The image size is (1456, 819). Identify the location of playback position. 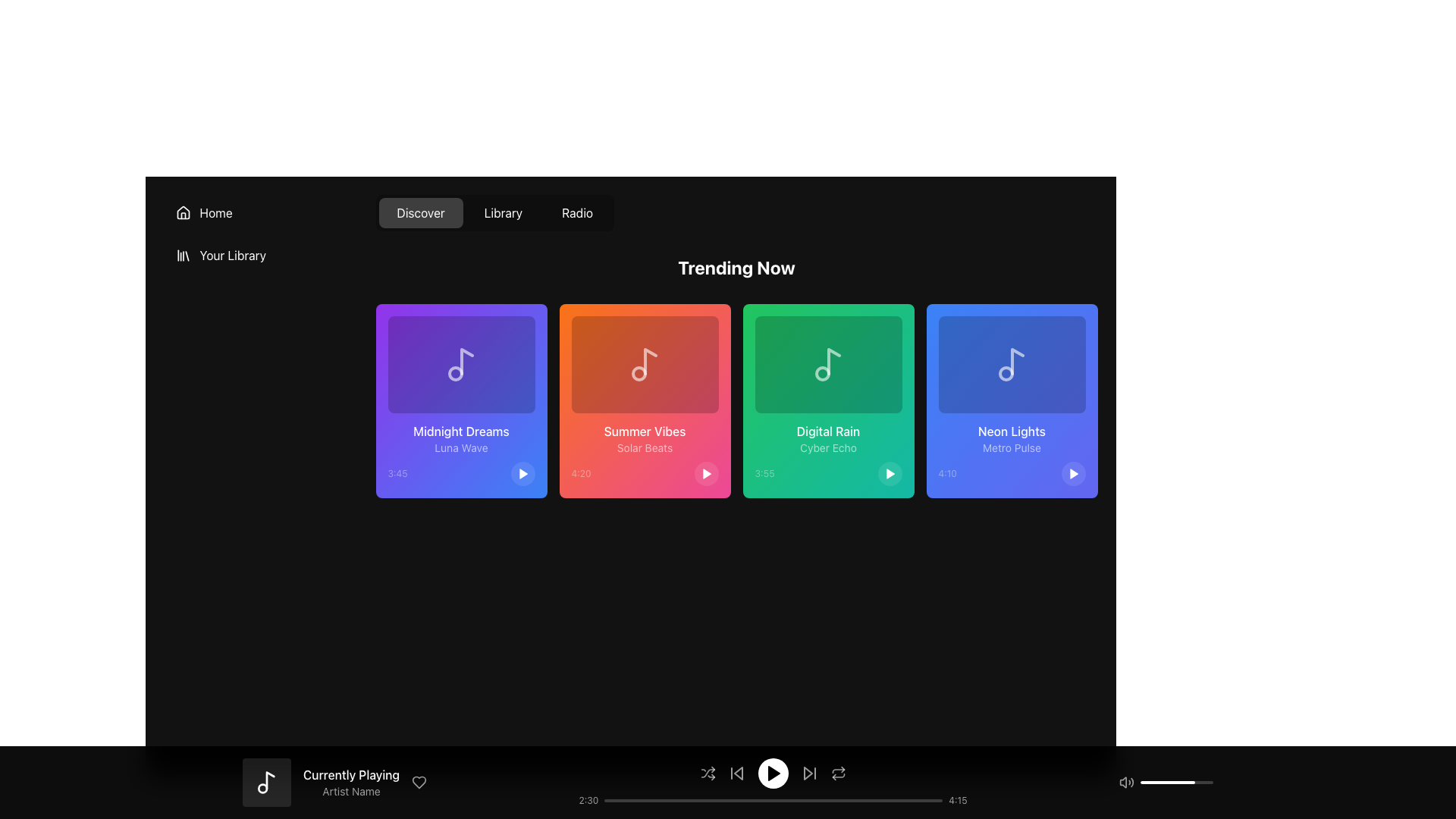
(716, 800).